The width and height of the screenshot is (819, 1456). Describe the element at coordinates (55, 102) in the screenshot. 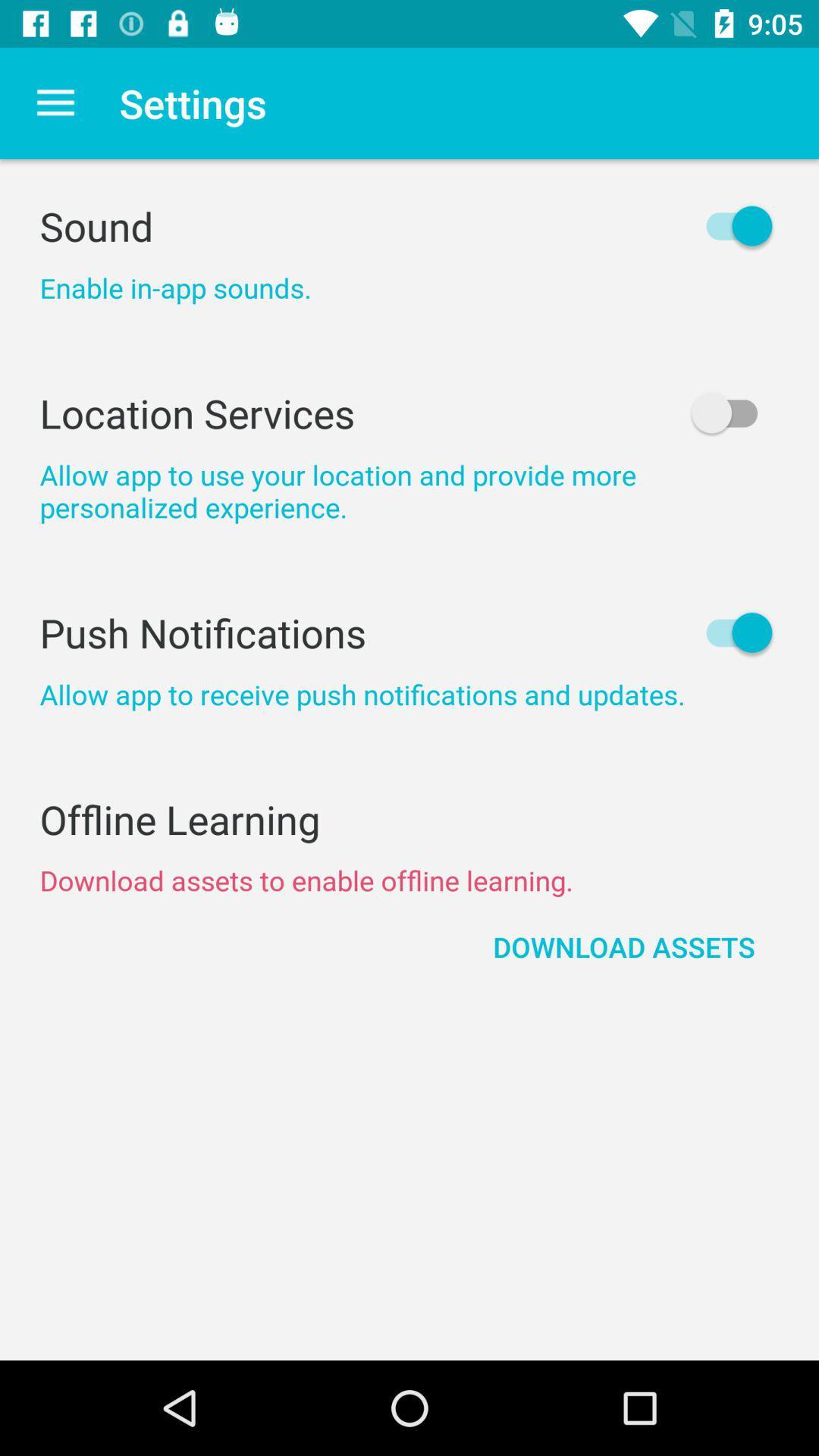

I see `item above the sound icon` at that location.